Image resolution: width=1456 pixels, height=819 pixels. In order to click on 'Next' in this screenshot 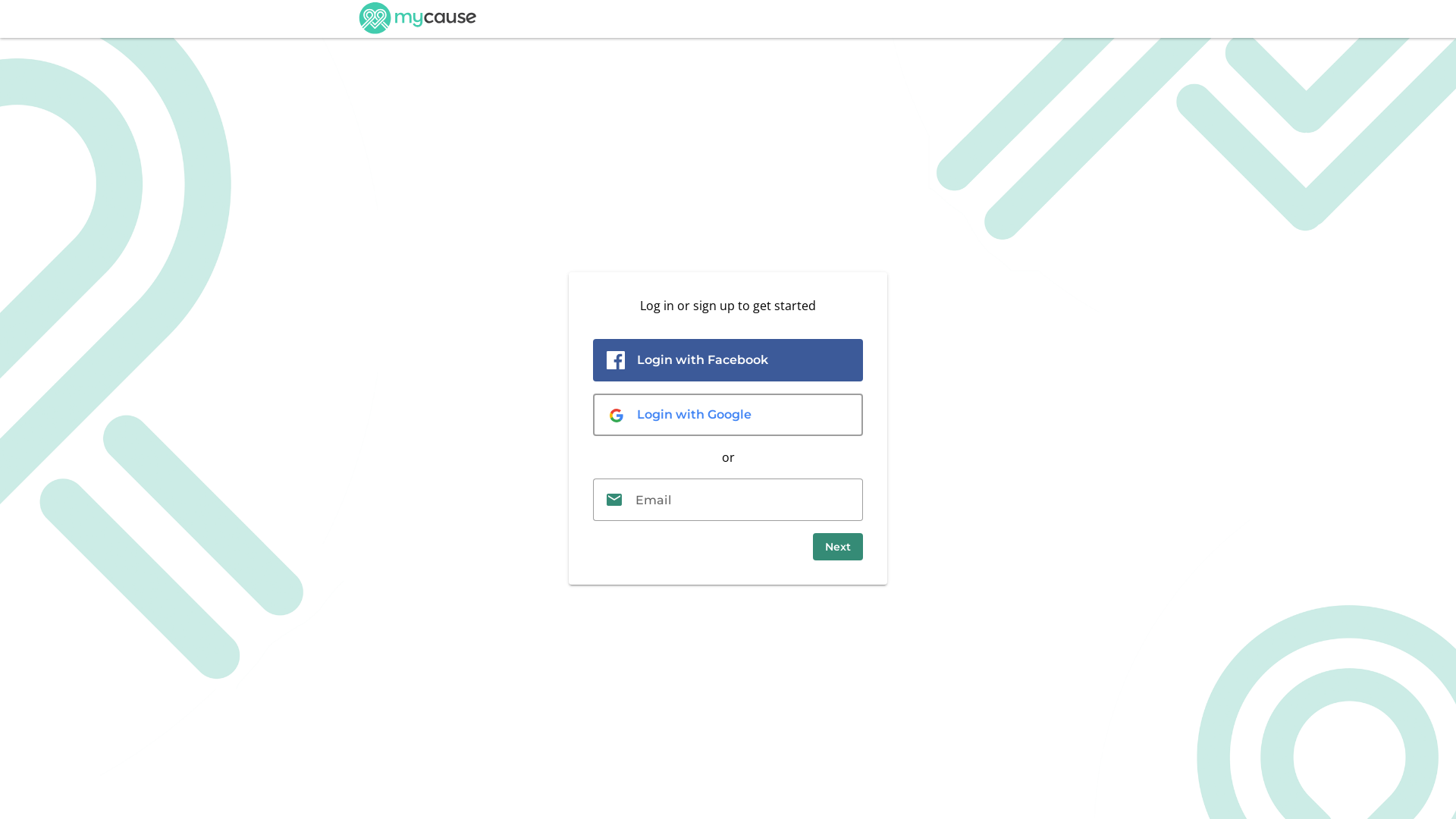, I will do `click(836, 547)`.